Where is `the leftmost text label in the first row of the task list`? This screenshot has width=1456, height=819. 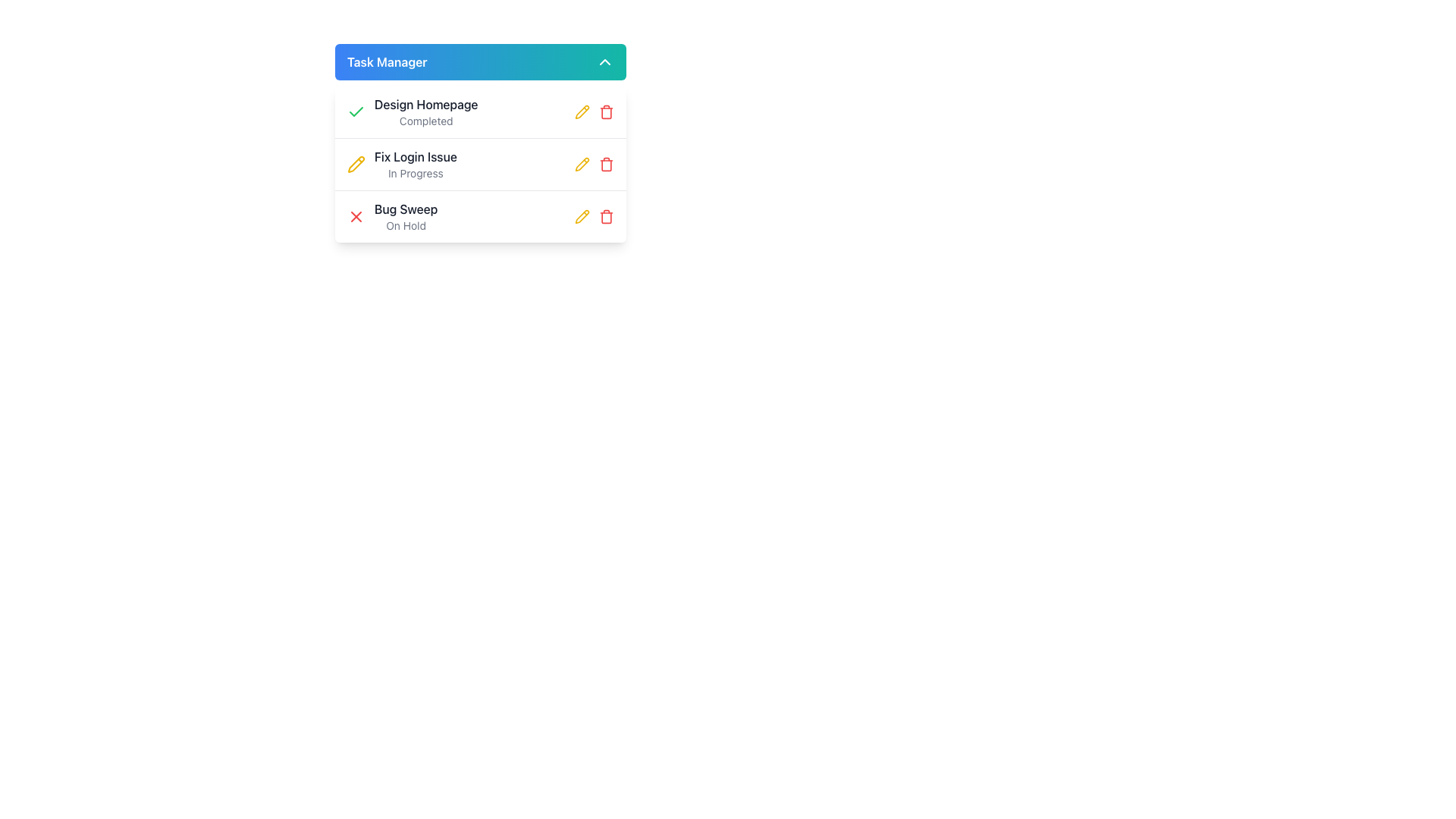 the leftmost text label in the first row of the task list is located at coordinates (425, 104).